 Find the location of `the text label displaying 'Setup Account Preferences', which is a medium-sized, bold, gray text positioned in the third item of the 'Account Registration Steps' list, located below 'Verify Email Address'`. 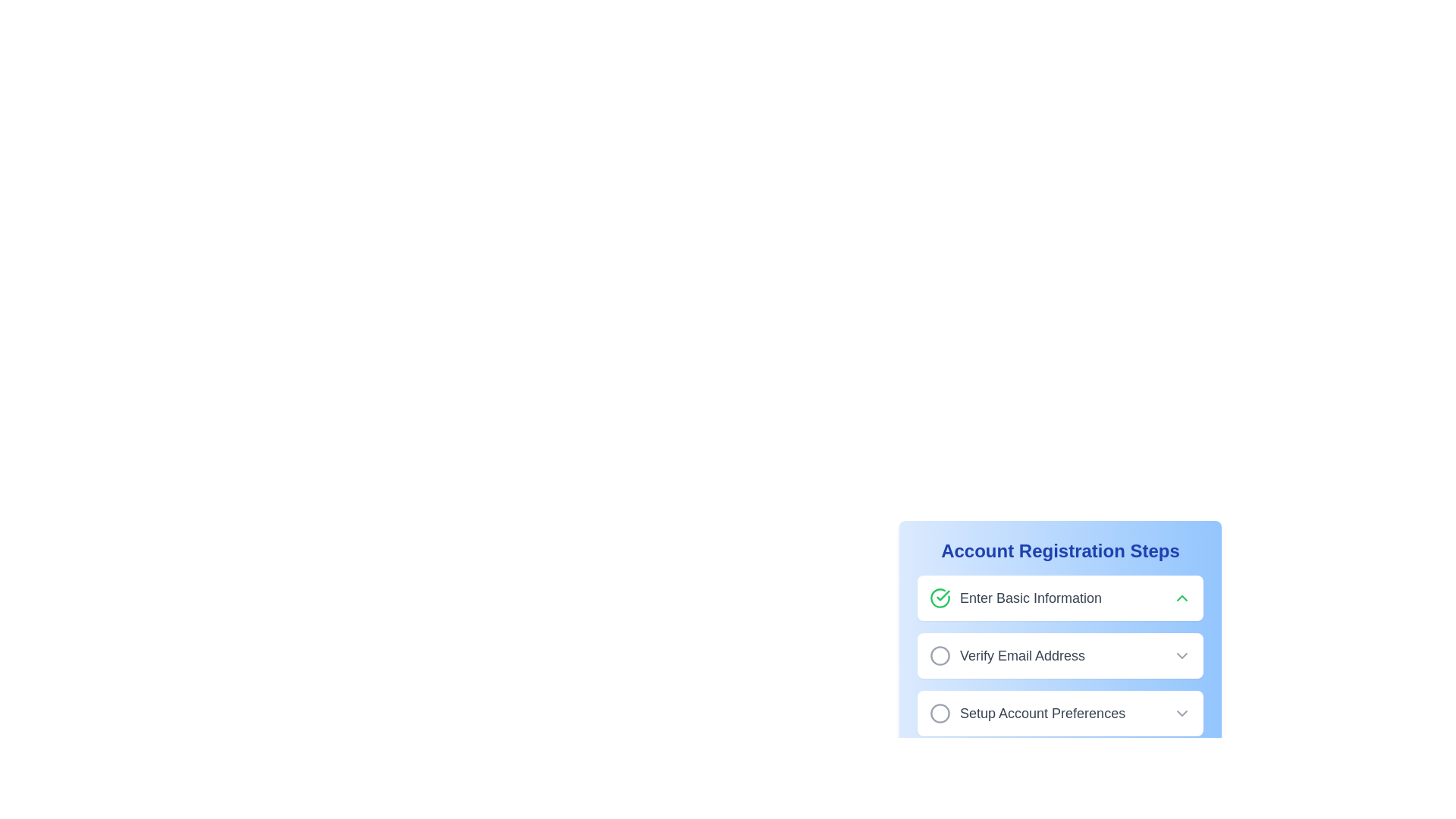

the text label displaying 'Setup Account Preferences', which is a medium-sized, bold, gray text positioned in the third item of the 'Account Registration Steps' list, located below 'Verify Email Address' is located at coordinates (1042, 714).